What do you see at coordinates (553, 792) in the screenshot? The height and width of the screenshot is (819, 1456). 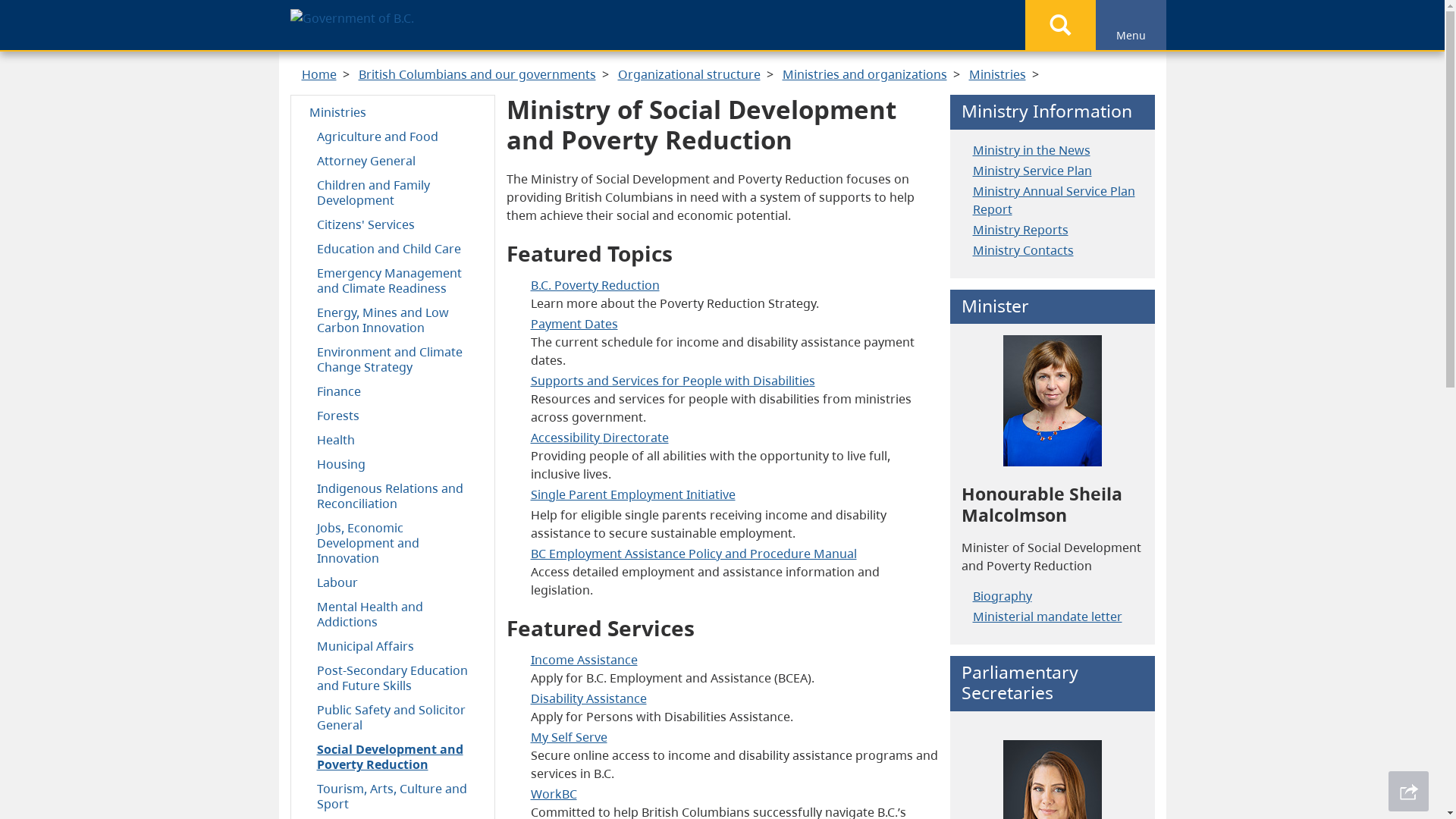 I see `'WorkBC'` at bounding box center [553, 792].